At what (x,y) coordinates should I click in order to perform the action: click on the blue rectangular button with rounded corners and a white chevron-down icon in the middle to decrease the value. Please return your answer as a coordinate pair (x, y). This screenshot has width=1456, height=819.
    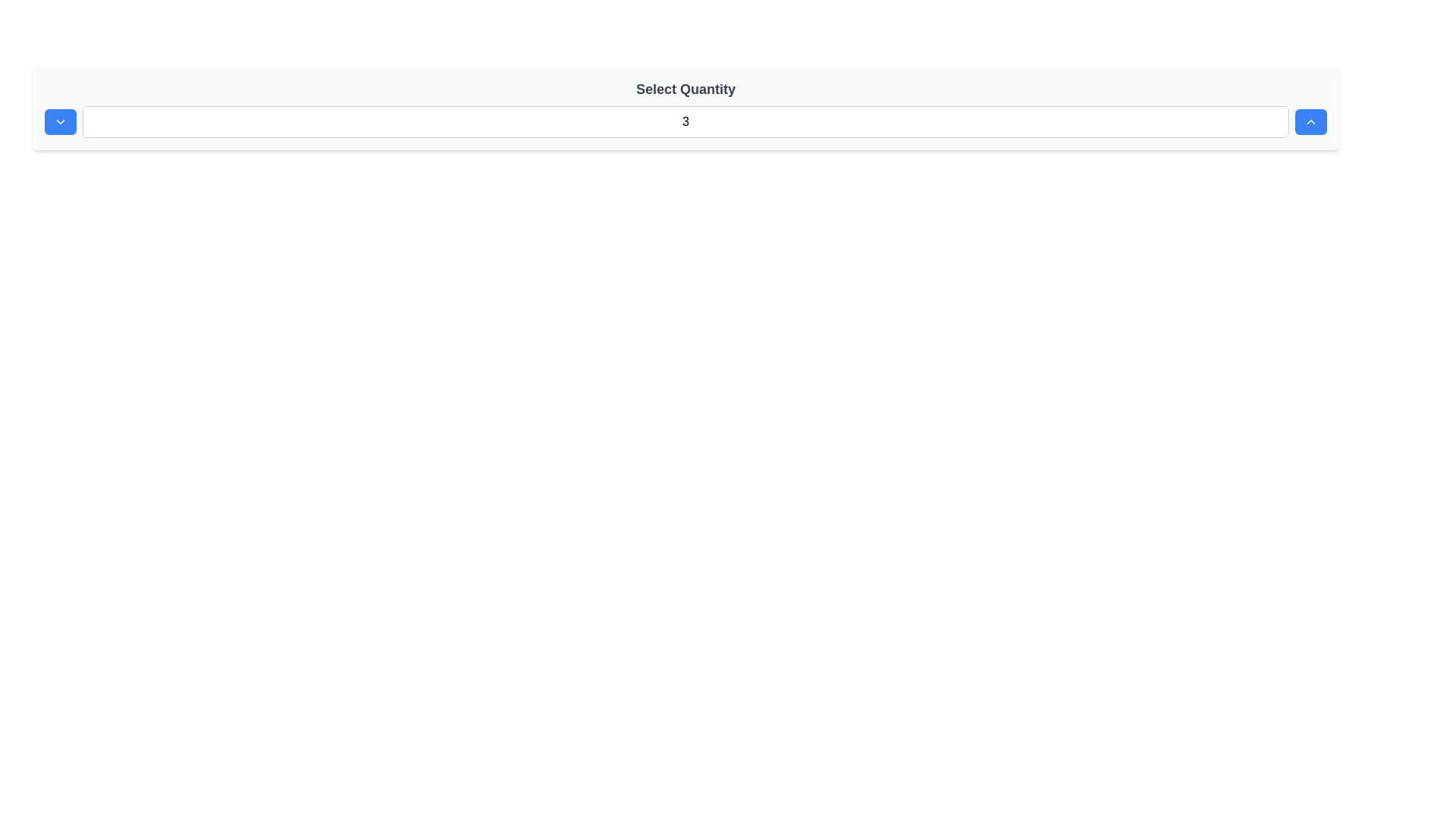
    Looking at the image, I should click on (61, 121).